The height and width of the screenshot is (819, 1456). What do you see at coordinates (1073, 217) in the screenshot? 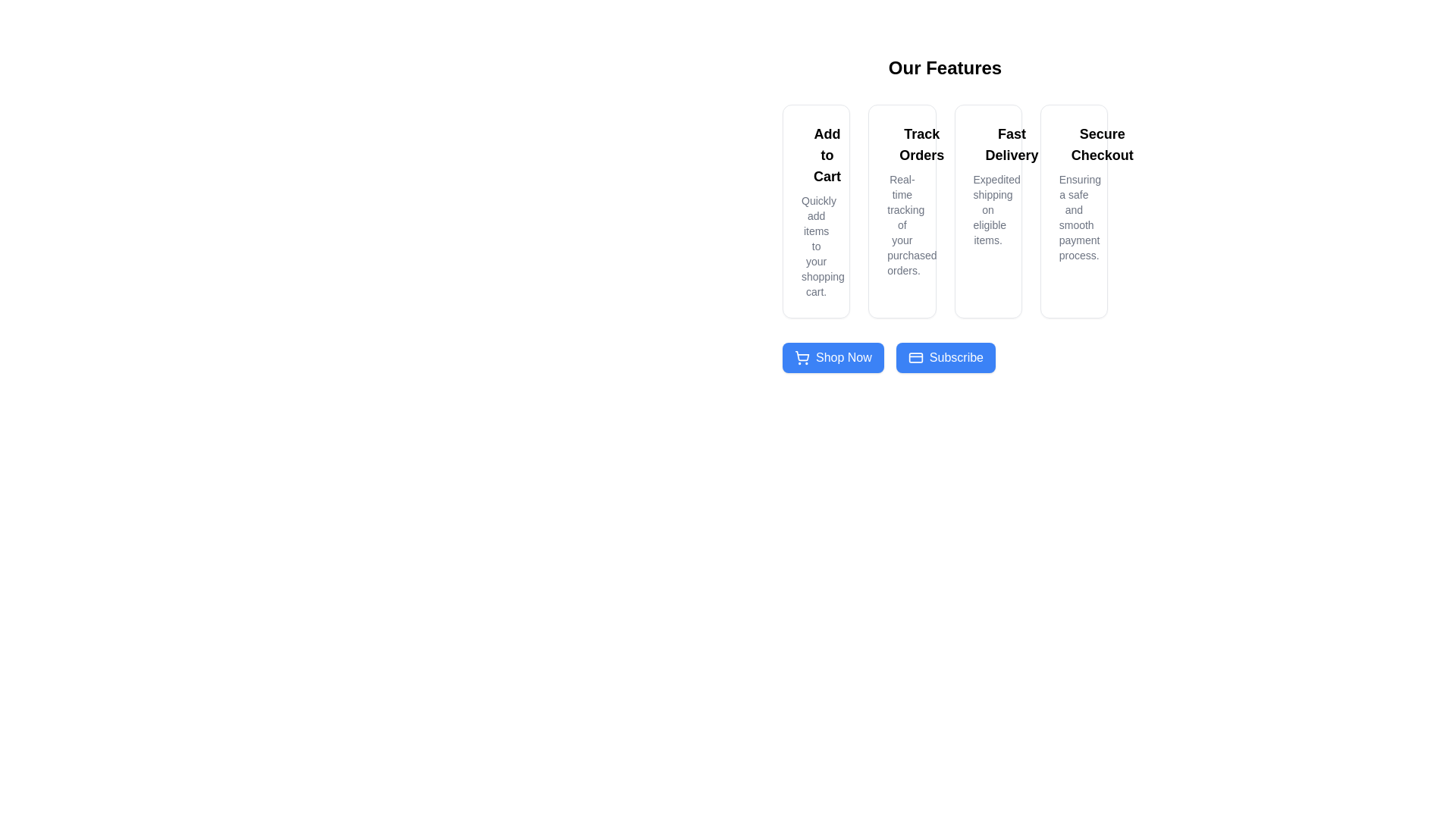
I see `the static text displaying 'Ensuring a safe and smooth payment process.' located in the 'Secure Checkout' section` at bounding box center [1073, 217].